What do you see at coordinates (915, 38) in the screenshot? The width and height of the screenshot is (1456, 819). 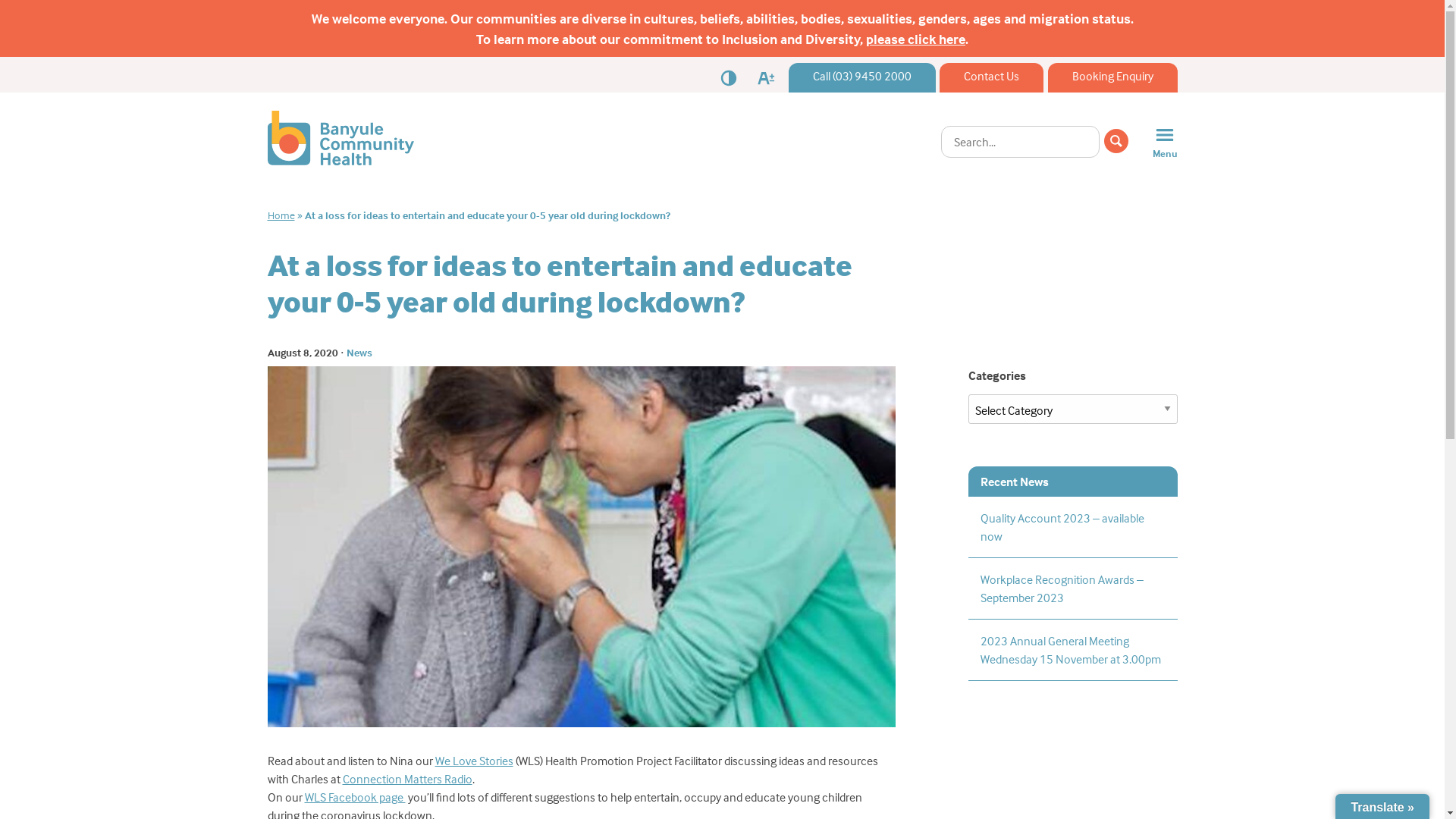 I see `'please click here'` at bounding box center [915, 38].